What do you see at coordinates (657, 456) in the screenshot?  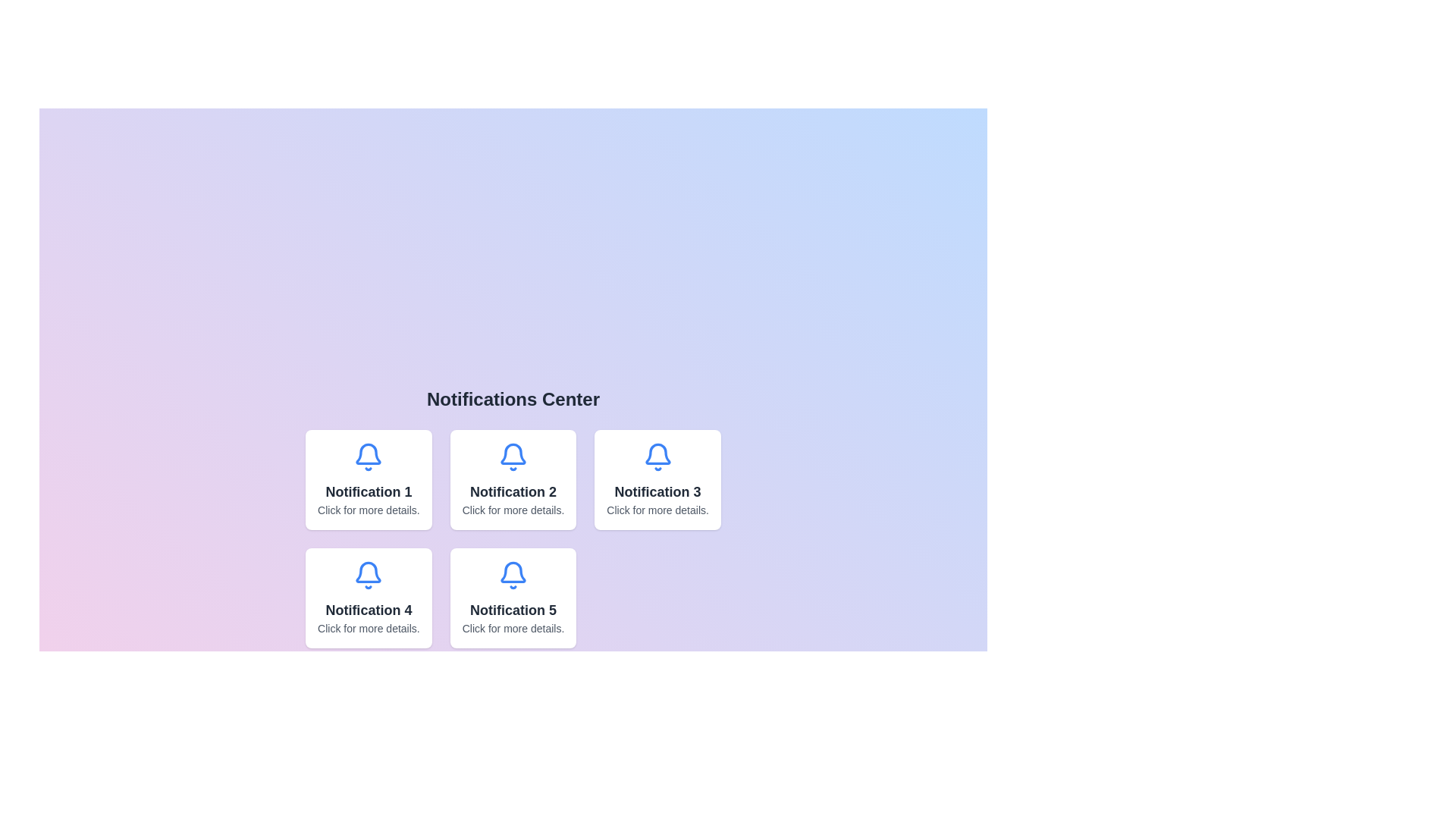 I see `the notification icon located inside the card labeled 'Notification 3', which is the third card in the top row of a grid of notification cards` at bounding box center [657, 456].